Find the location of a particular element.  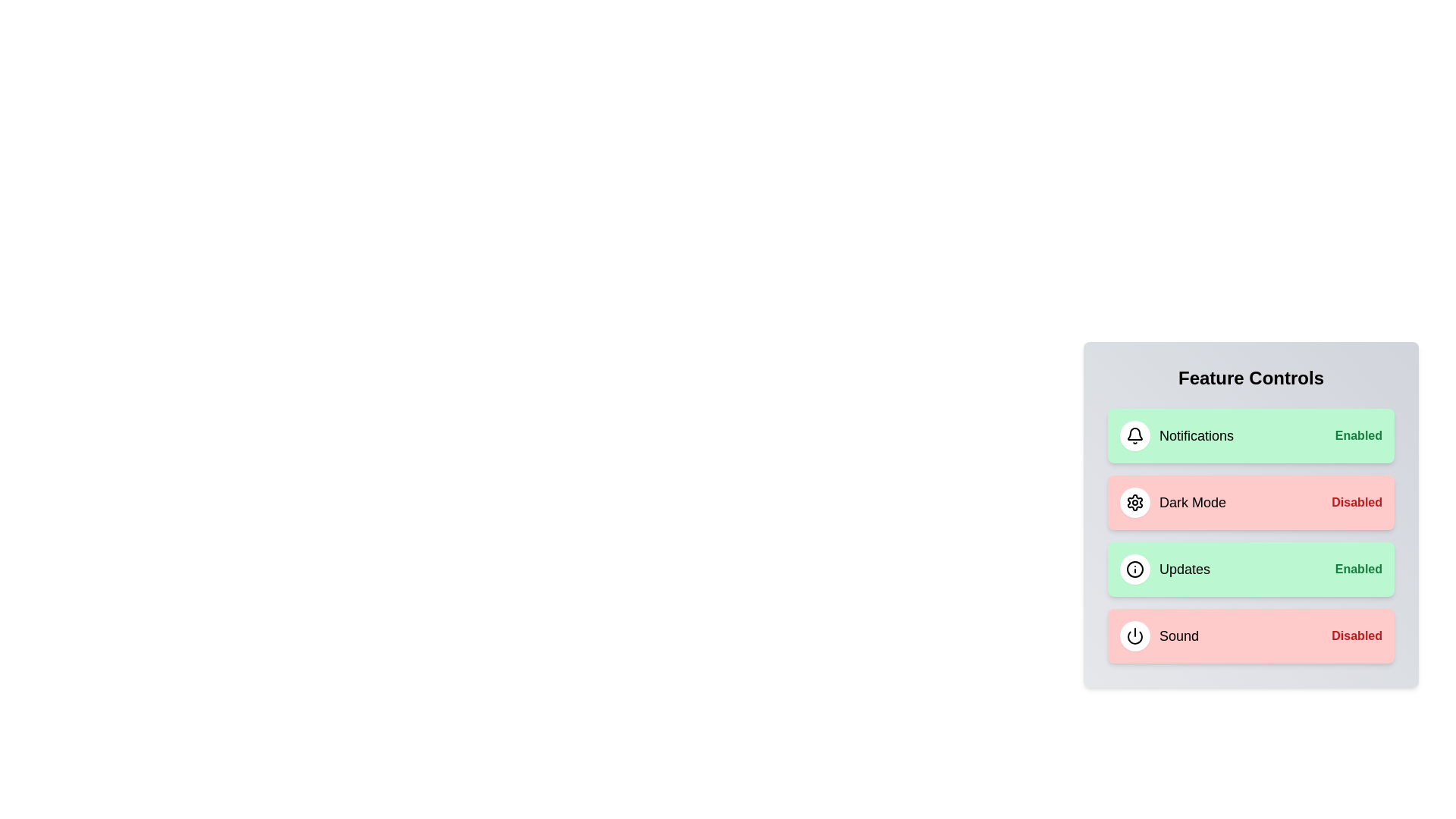

the icon to toggle the state of the Sound feature is located at coordinates (1135, 636).